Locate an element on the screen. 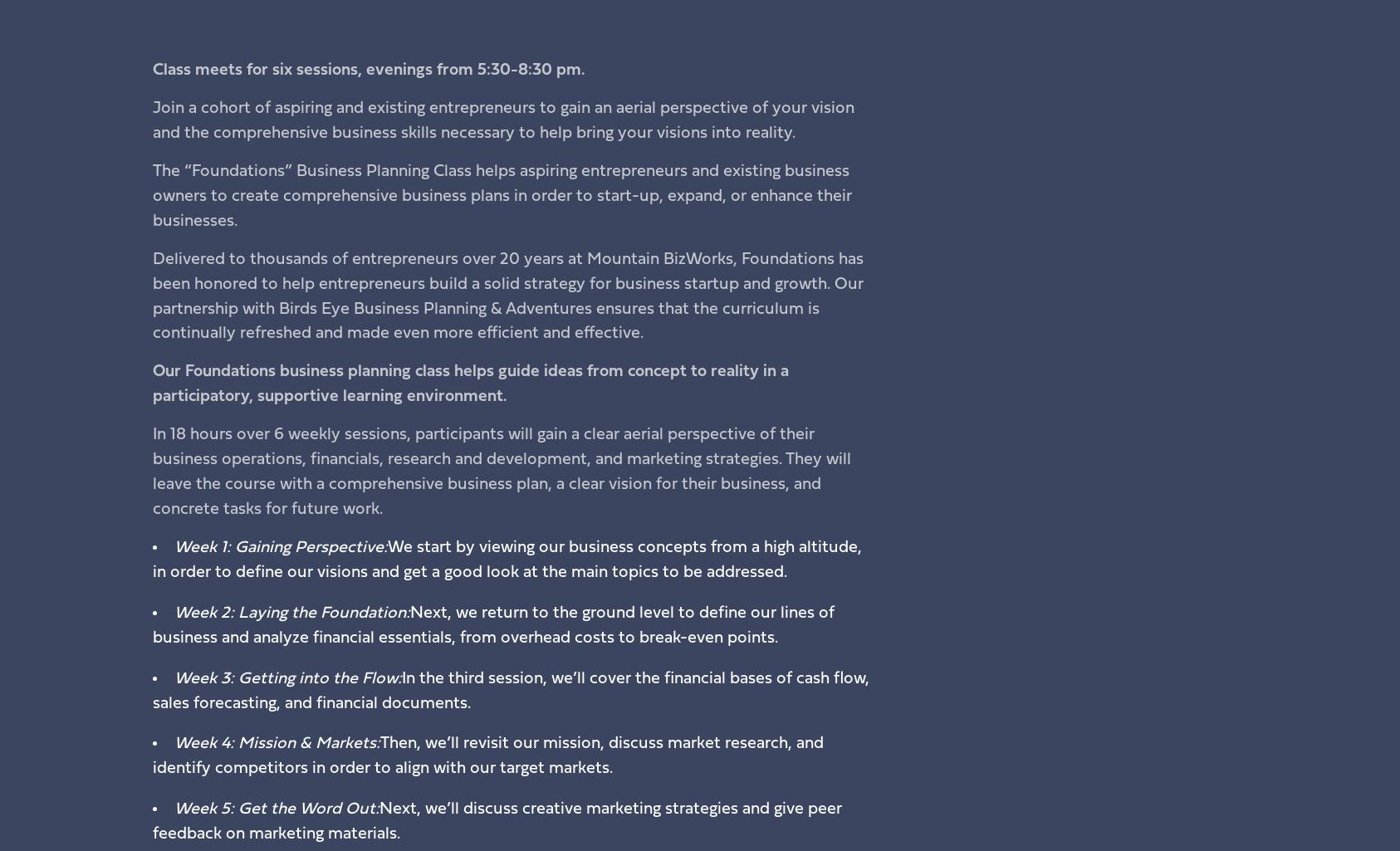 Image resolution: width=1400 pixels, height=851 pixels. 'Then, we’ll revisit our mission, discuss market research, and identify competitors in order to align with our target markets.' is located at coordinates (487, 756).